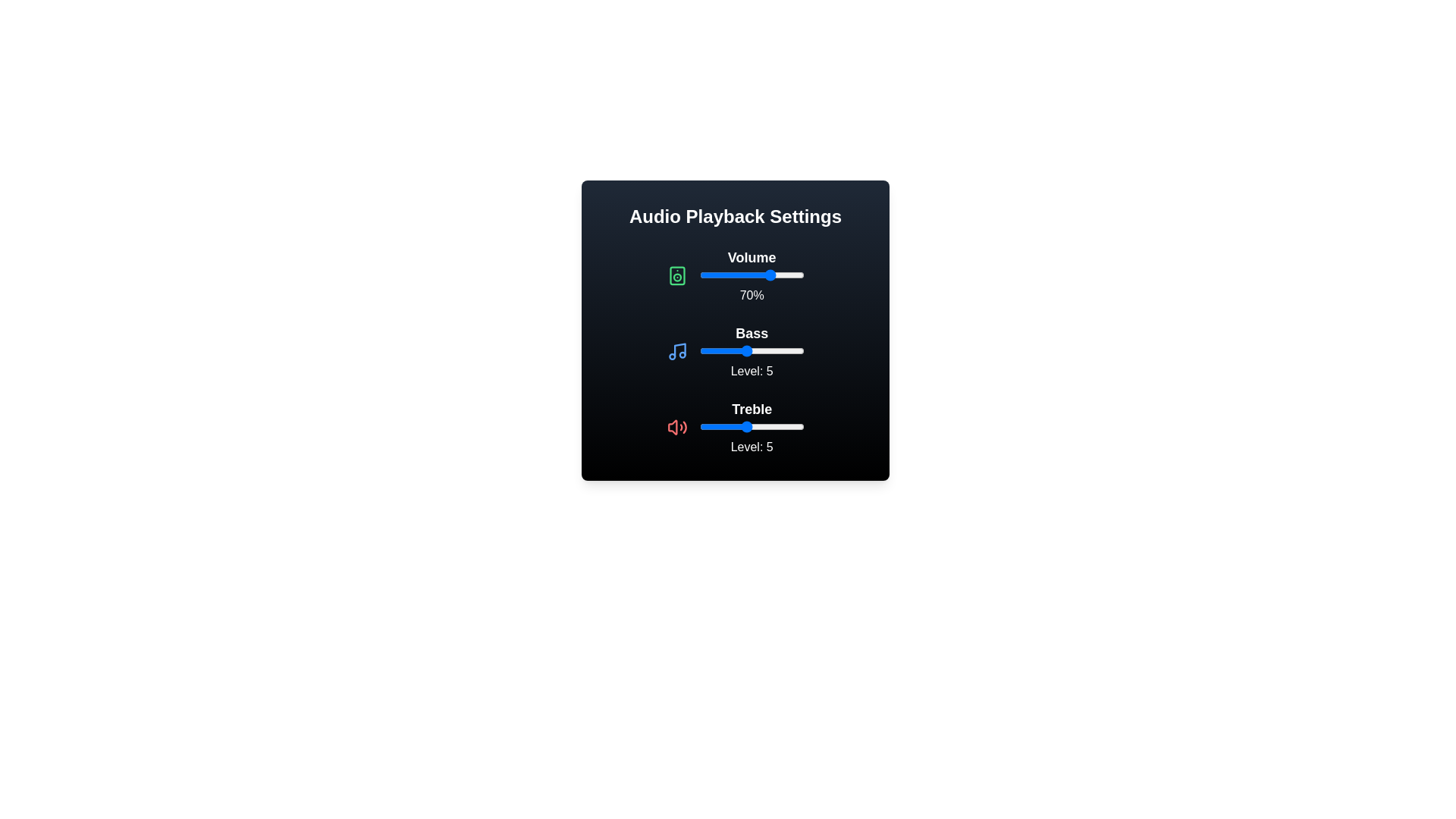 The image size is (1456, 819). What do you see at coordinates (684, 427) in the screenshot?
I see `the curved line forming part of the sound wave icon, which has a red stroke color and is located in the lower right quadrant of the interface, near the 'Treble' slider component` at bounding box center [684, 427].